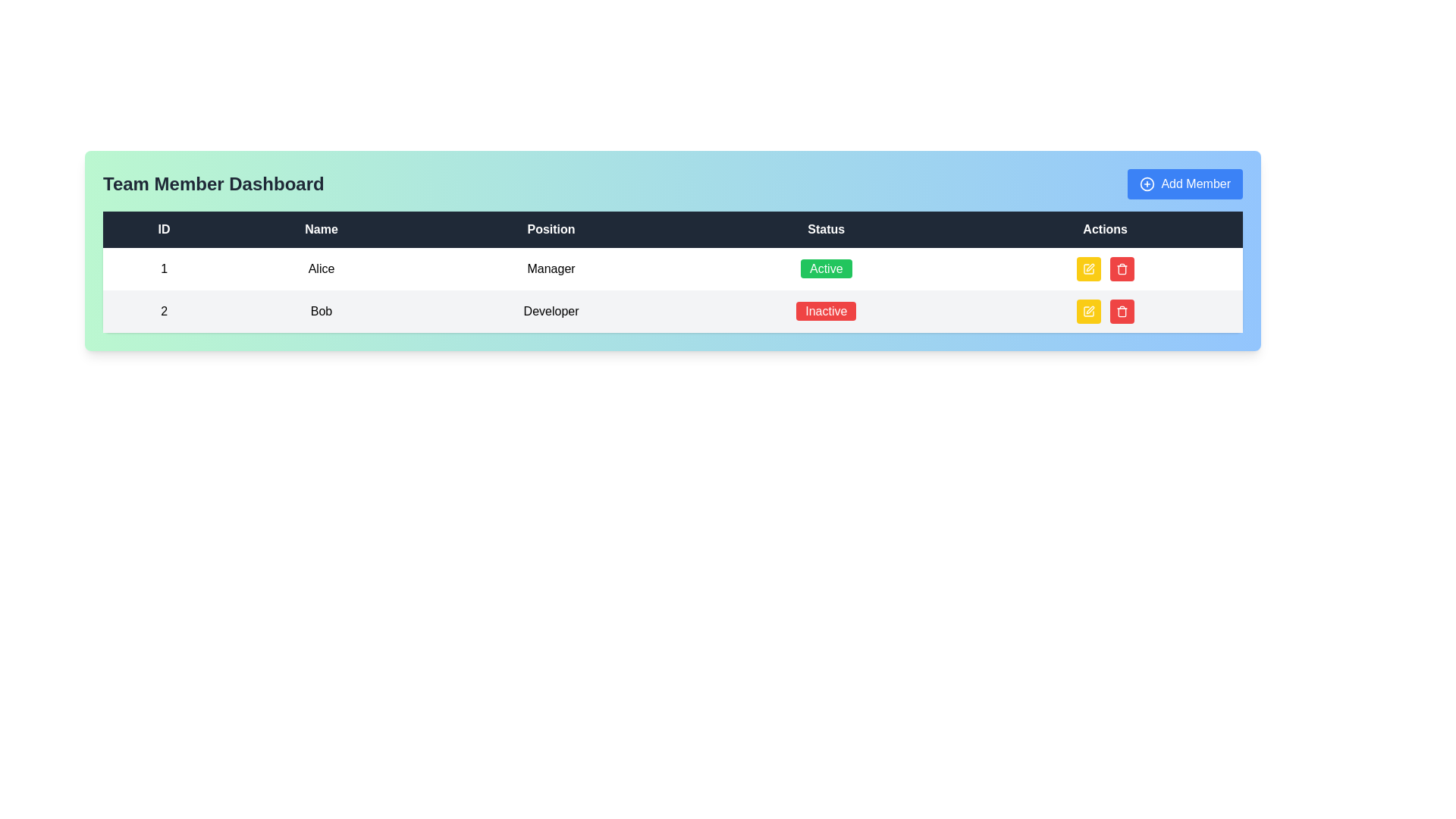 The width and height of the screenshot is (1456, 819). Describe the element at coordinates (320, 311) in the screenshot. I see `the text field containing 'Bob' in the second row of the table, positioned under the 'Name' column` at that location.